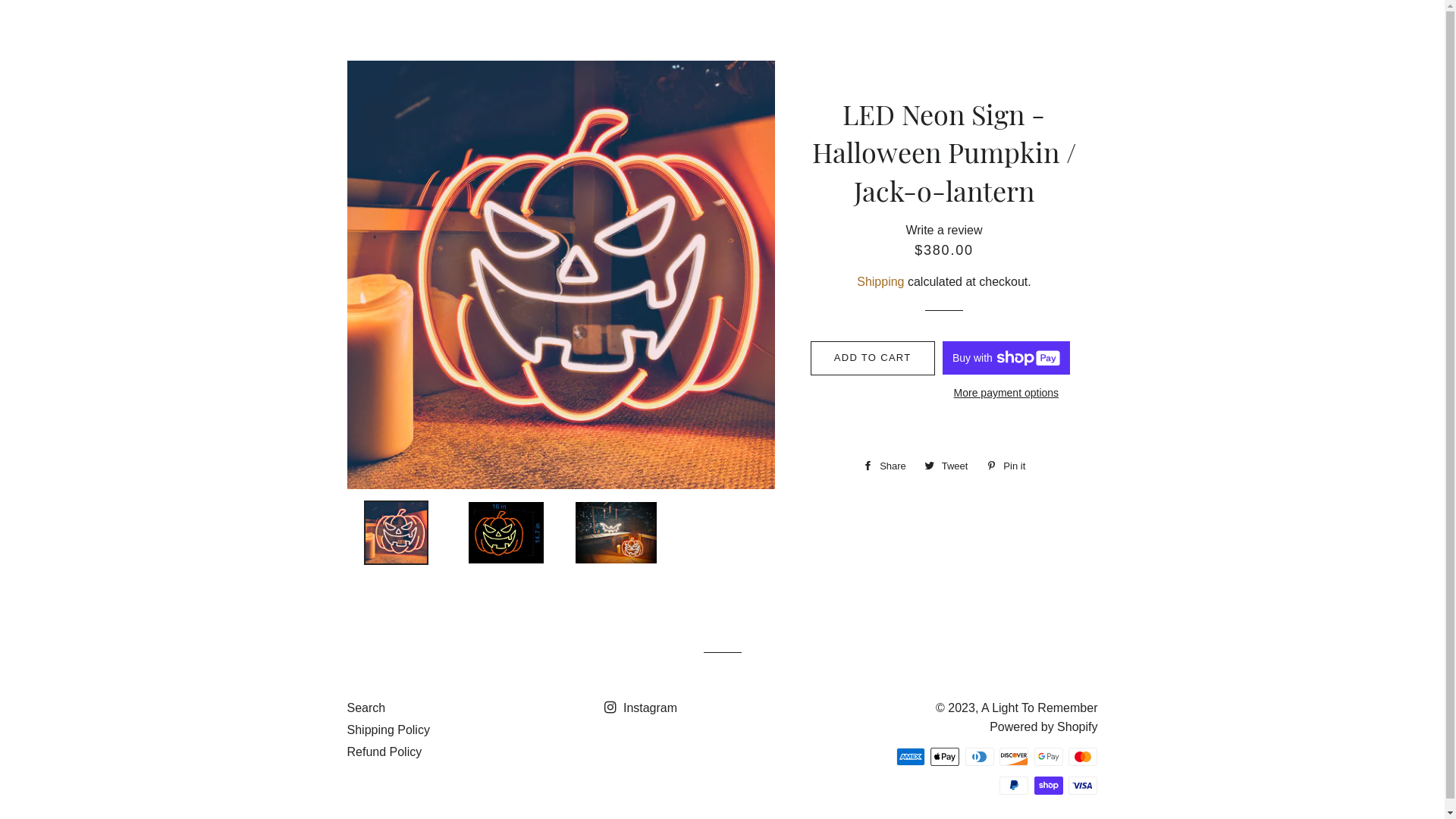 The height and width of the screenshot is (819, 1456). Describe the element at coordinates (880, 281) in the screenshot. I see `'Shipping'` at that location.